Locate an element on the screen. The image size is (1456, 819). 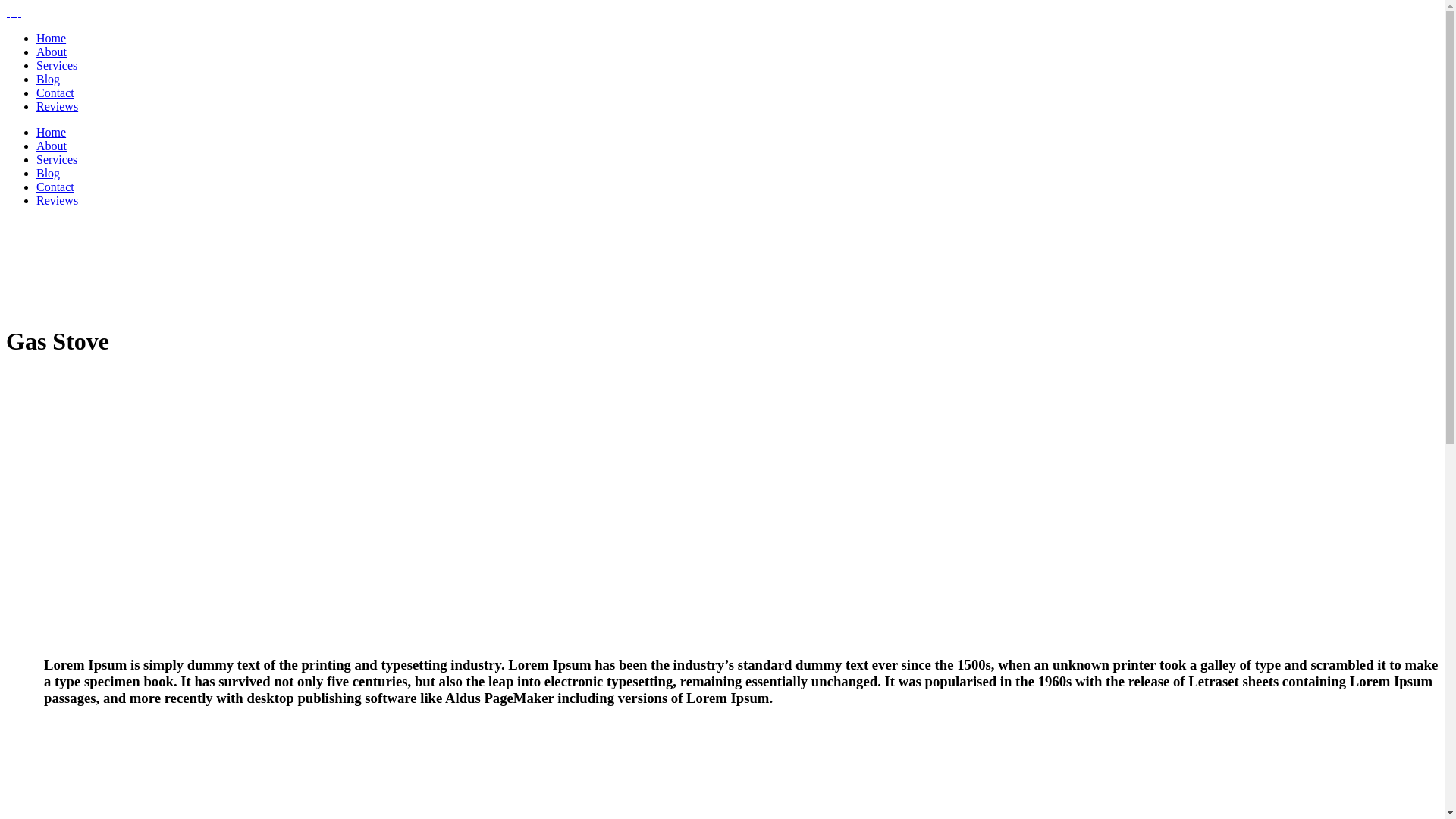
'Blog' is located at coordinates (48, 172).